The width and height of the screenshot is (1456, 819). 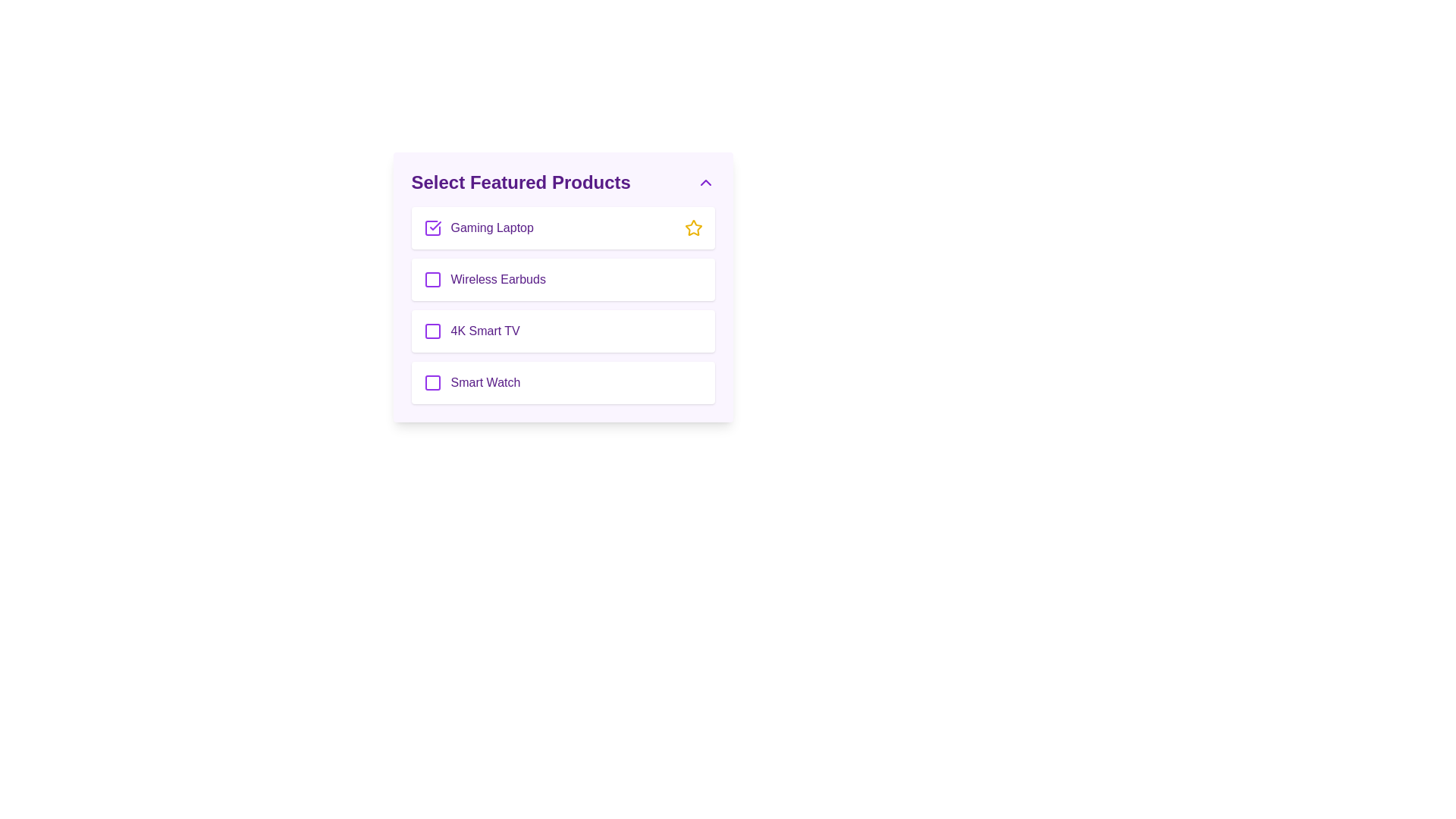 I want to click on the checkmark icon located at the top-right corner of the 'Gaming Laptop' card, indicating selection, so click(x=435, y=225).